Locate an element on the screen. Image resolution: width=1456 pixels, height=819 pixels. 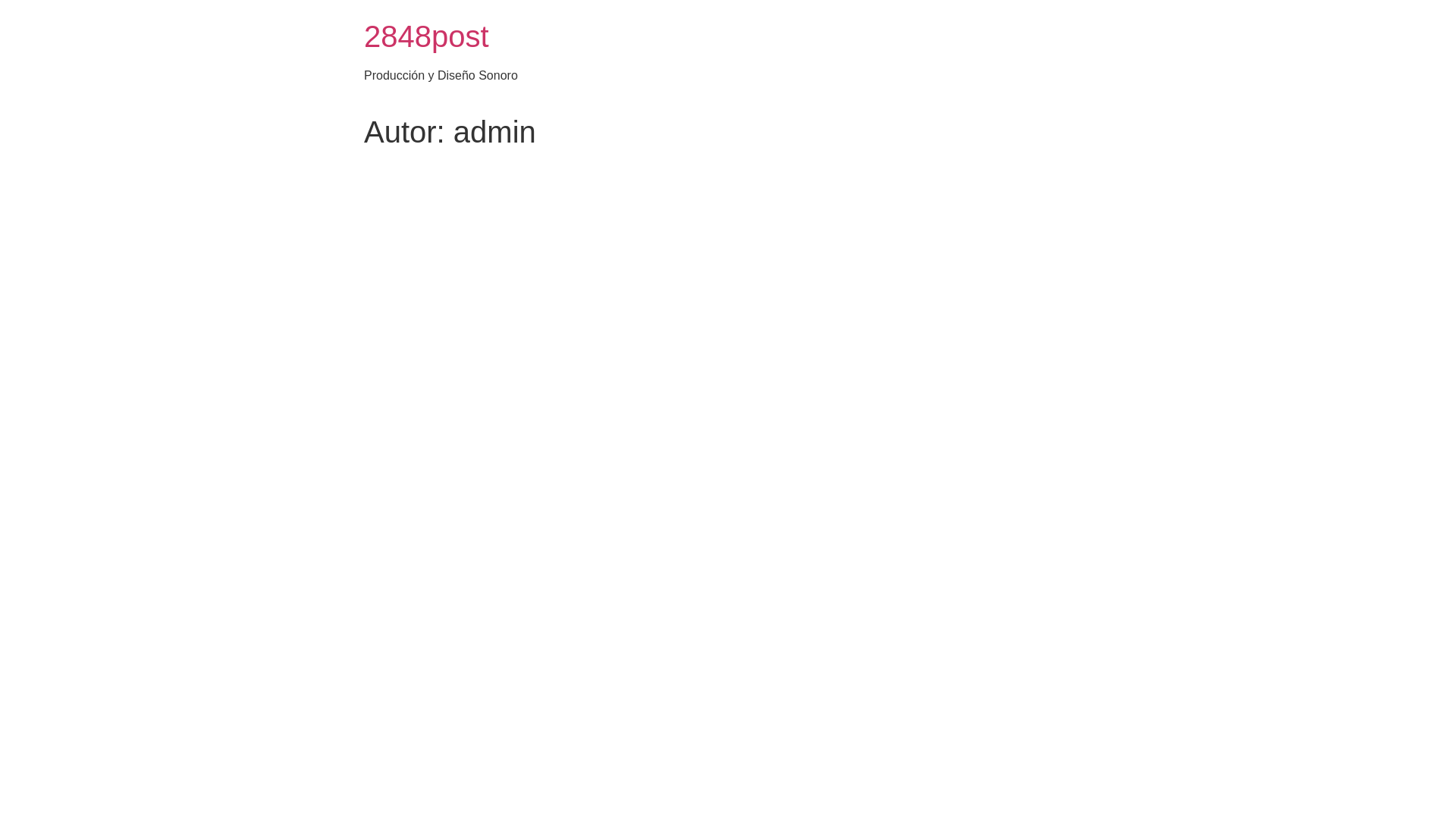
'2848post' is located at coordinates (425, 35).